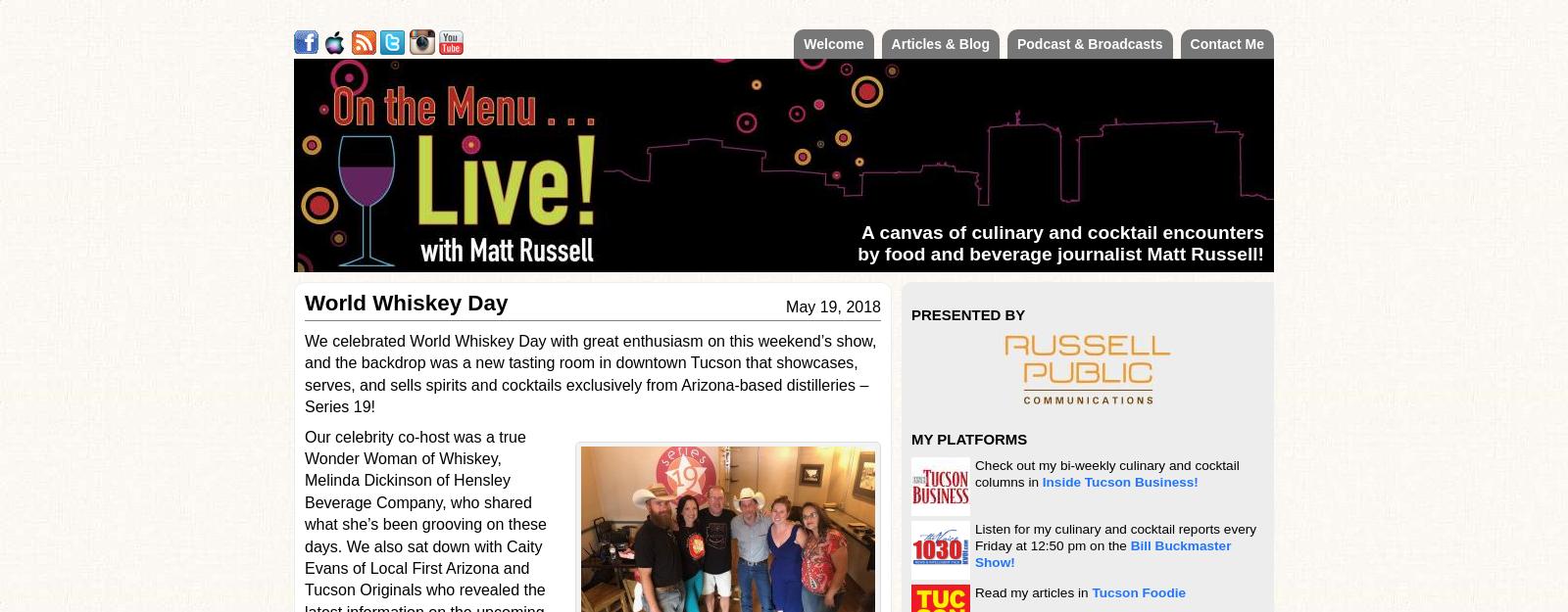 Image resolution: width=1568 pixels, height=612 pixels. Describe the element at coordinates (590, 372) in the screenshot. I see `'We celebrated World Whiskey Day with great enthusiasm on this weekend’s show, and the backdrop was a new tasting room in downtown Tucson that showcases, serves, and sells spirits and cocktails exclusively from Arizona-based distilleries – Series 19!'` at that location.